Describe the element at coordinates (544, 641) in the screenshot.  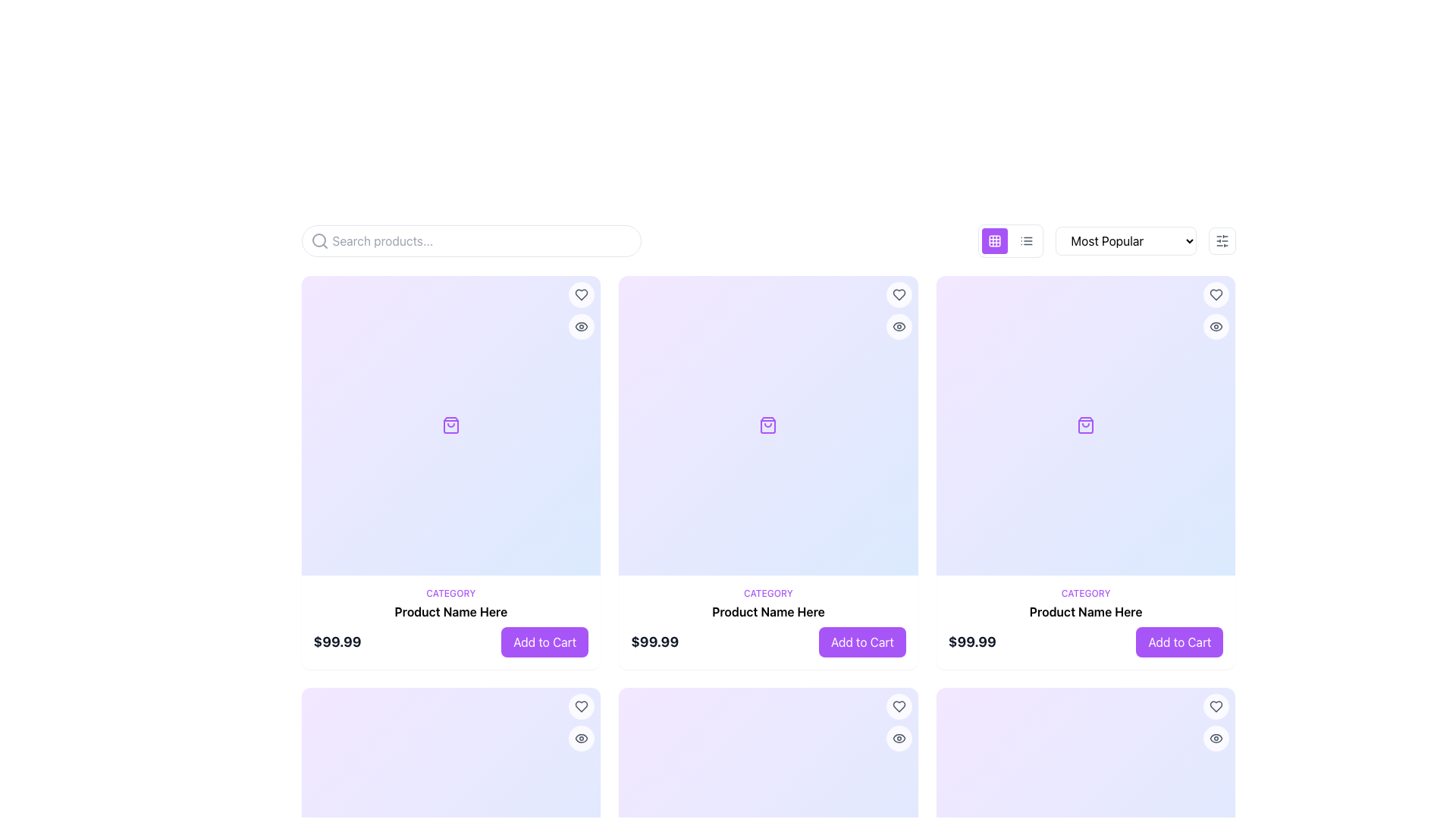
I see `the button with a purple background and white text labeled 'Add to Cart'` at that location.